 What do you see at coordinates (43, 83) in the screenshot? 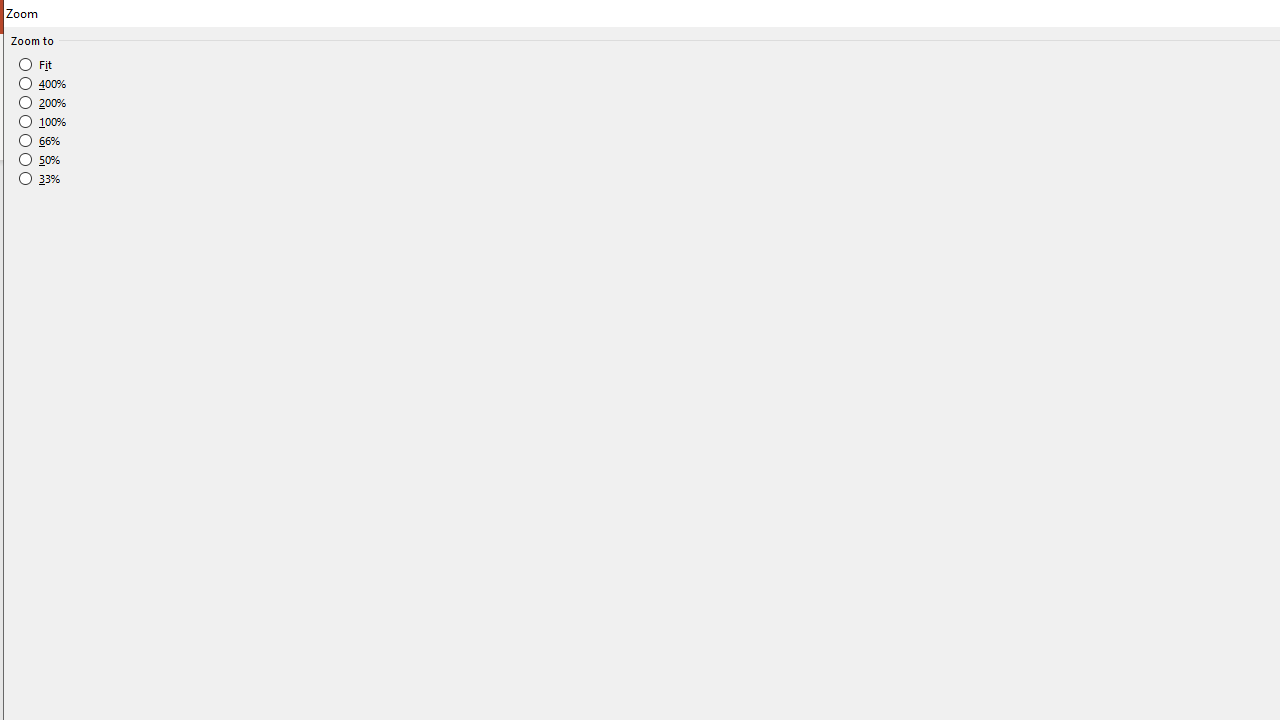
I see `'400%'` at bounding box center [43, 83].